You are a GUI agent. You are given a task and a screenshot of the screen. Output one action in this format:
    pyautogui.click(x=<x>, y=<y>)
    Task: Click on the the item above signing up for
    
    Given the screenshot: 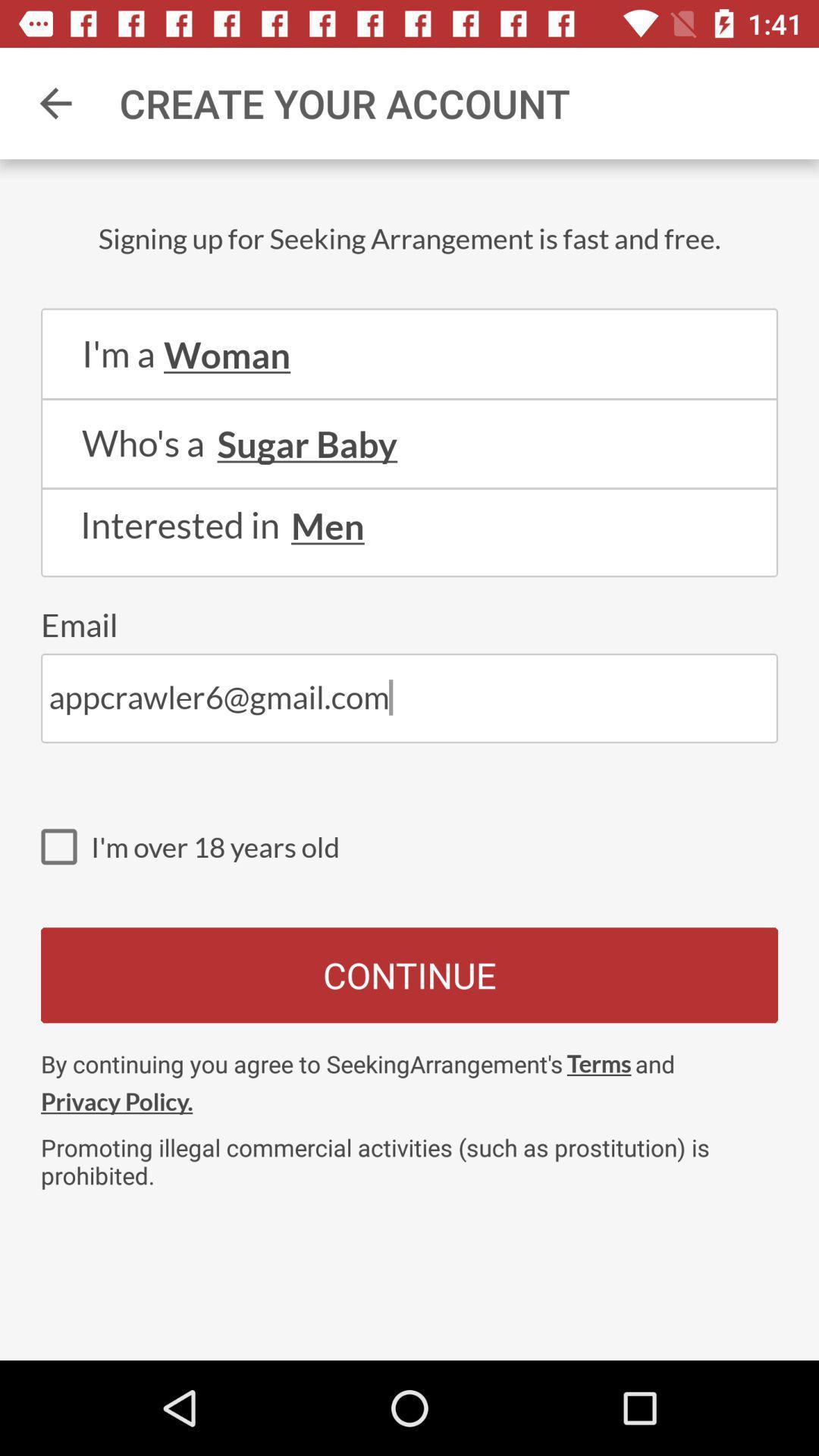 What is the action you would take?
    pyautogui.click(x=55, y=102)
    